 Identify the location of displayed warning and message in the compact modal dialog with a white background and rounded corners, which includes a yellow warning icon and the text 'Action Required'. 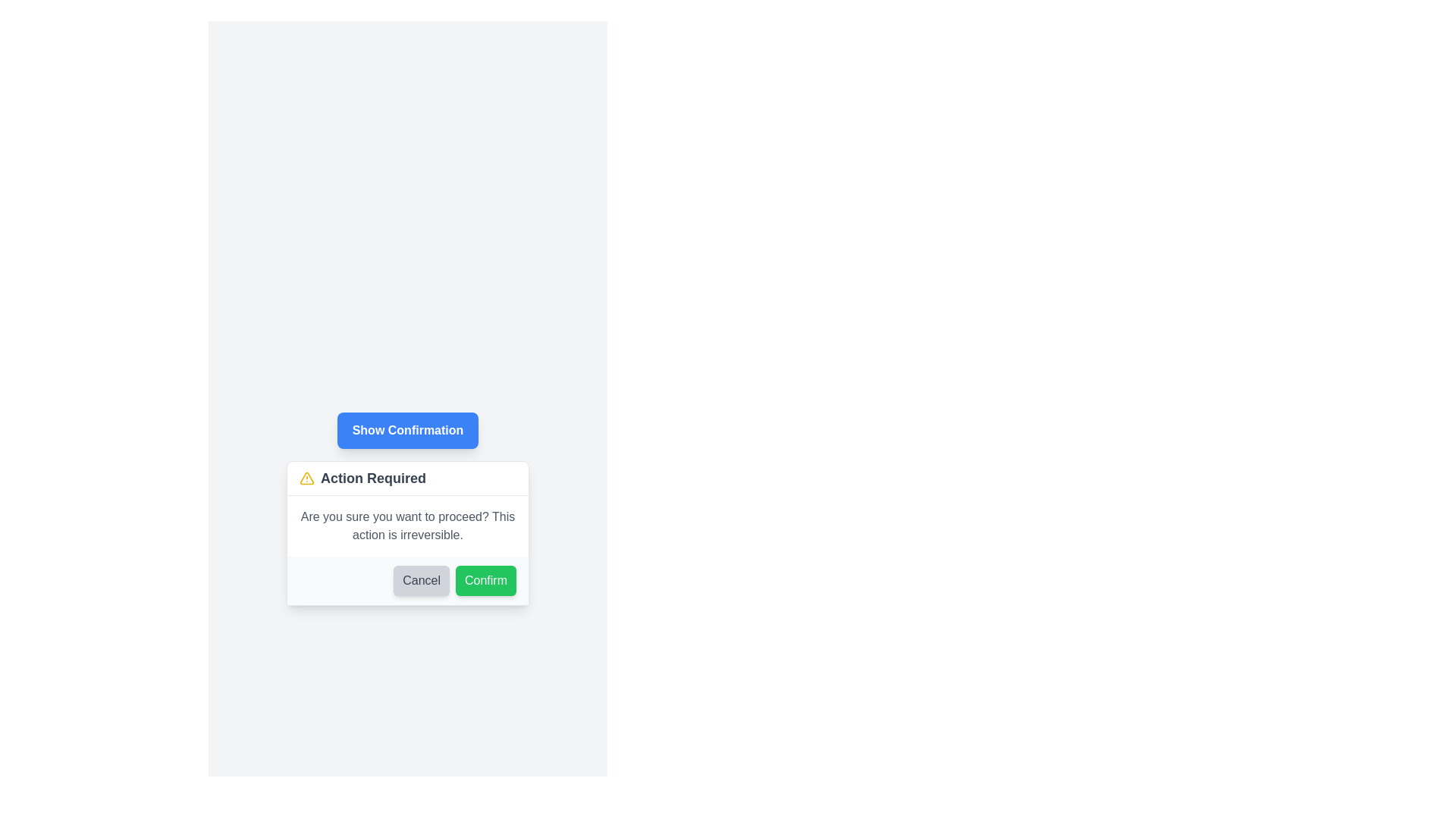
(407, 532).